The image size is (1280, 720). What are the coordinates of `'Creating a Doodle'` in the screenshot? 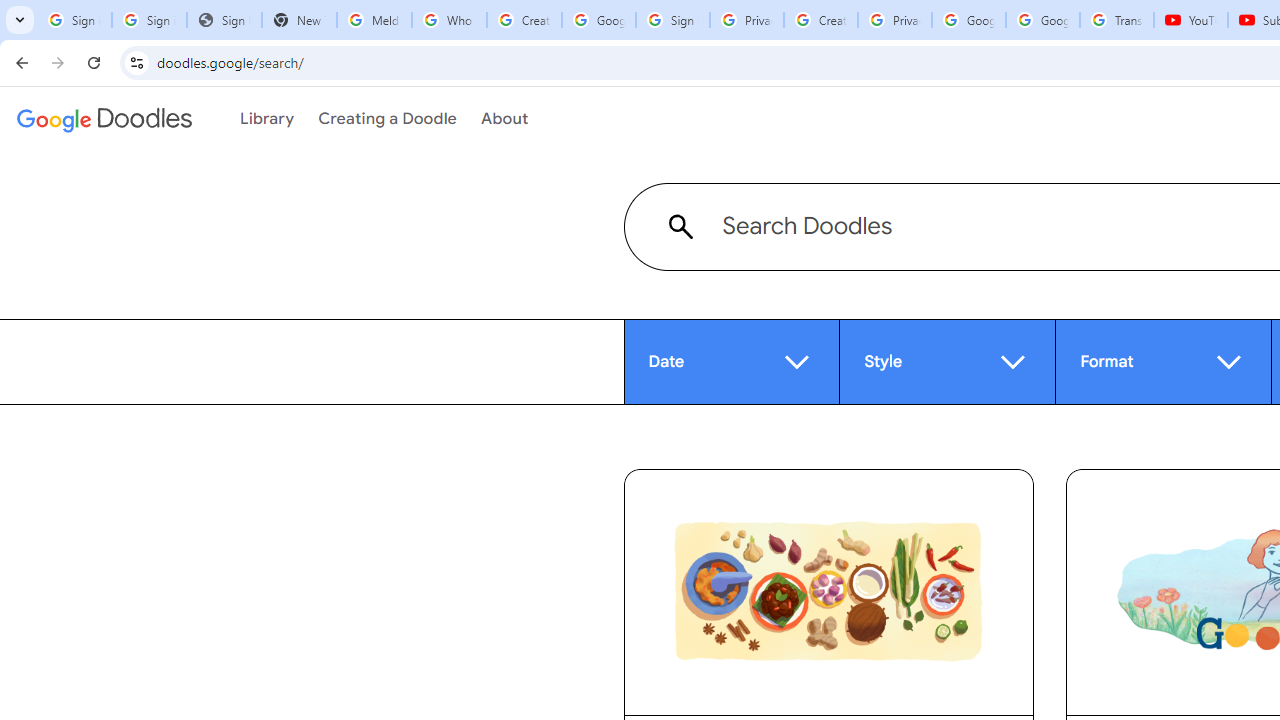 It's located at (387, 119).